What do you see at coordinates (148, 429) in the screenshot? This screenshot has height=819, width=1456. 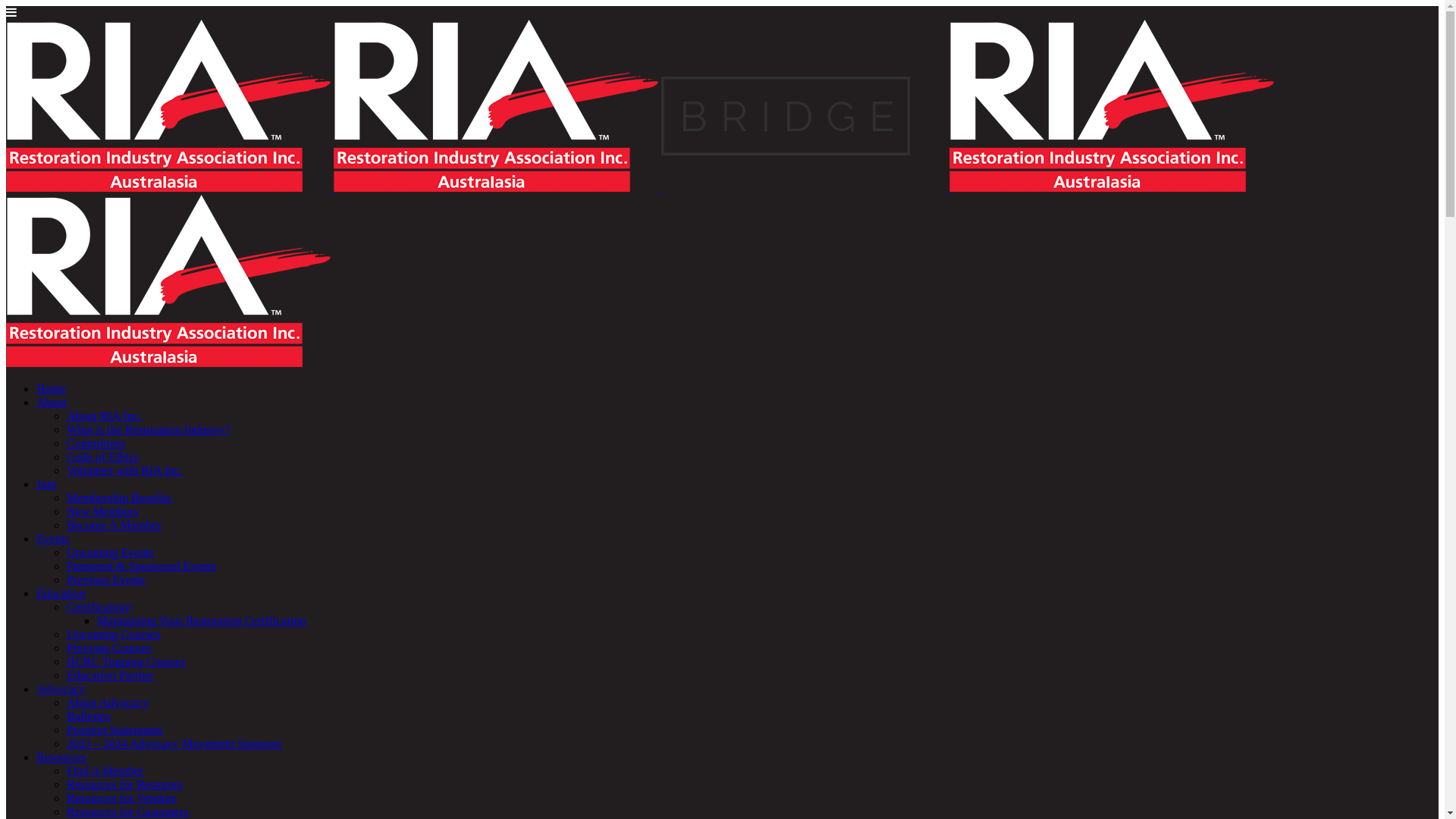 I see `'What is the Restoration Industry?'` at bounding box center [148, 429].